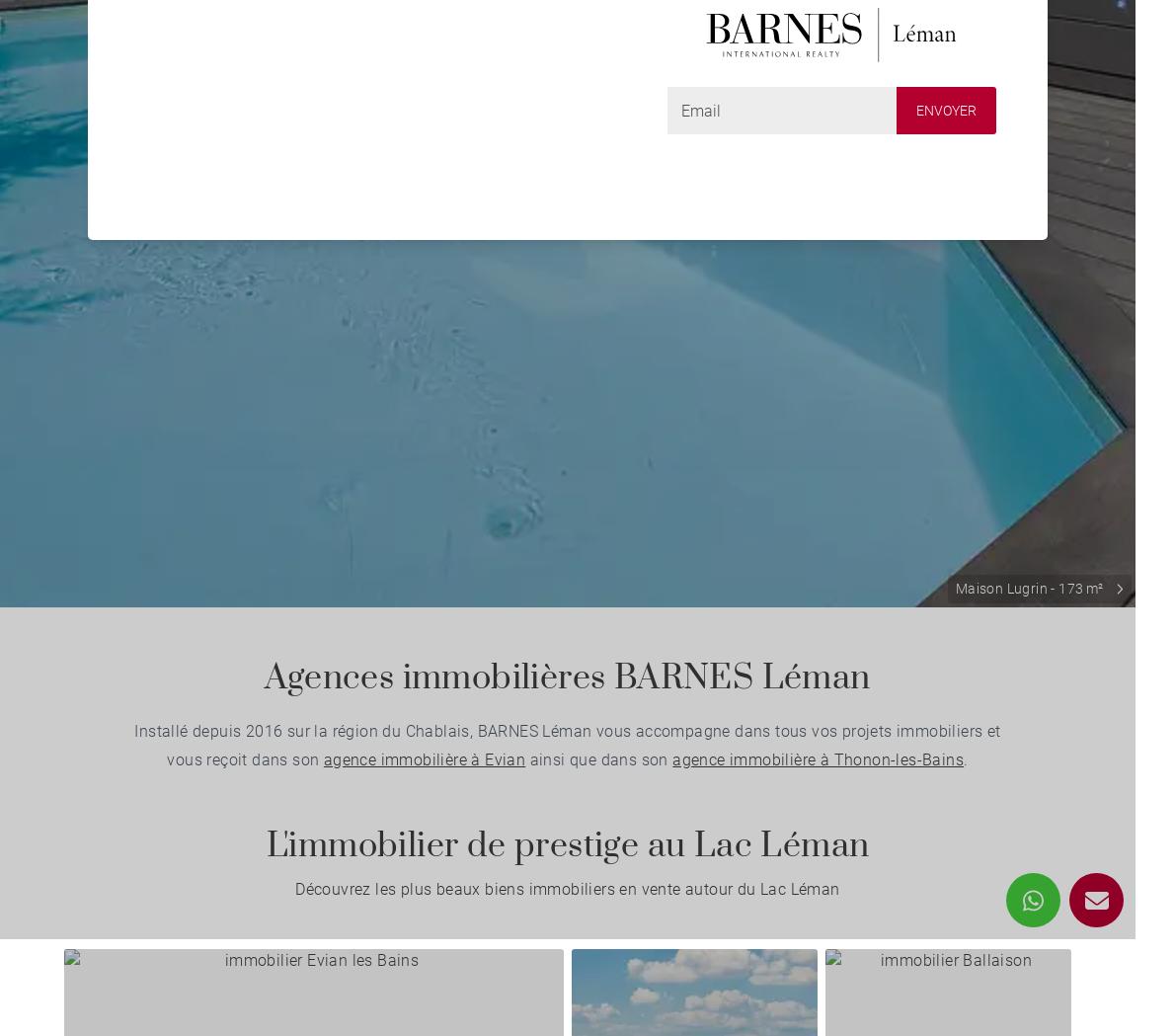  Describe the element at coordinates (567, 887) in the screenshot. I see `'Découvrez les plus beaux biens immobiliers en vente autour du Lac Léman'` at that location.